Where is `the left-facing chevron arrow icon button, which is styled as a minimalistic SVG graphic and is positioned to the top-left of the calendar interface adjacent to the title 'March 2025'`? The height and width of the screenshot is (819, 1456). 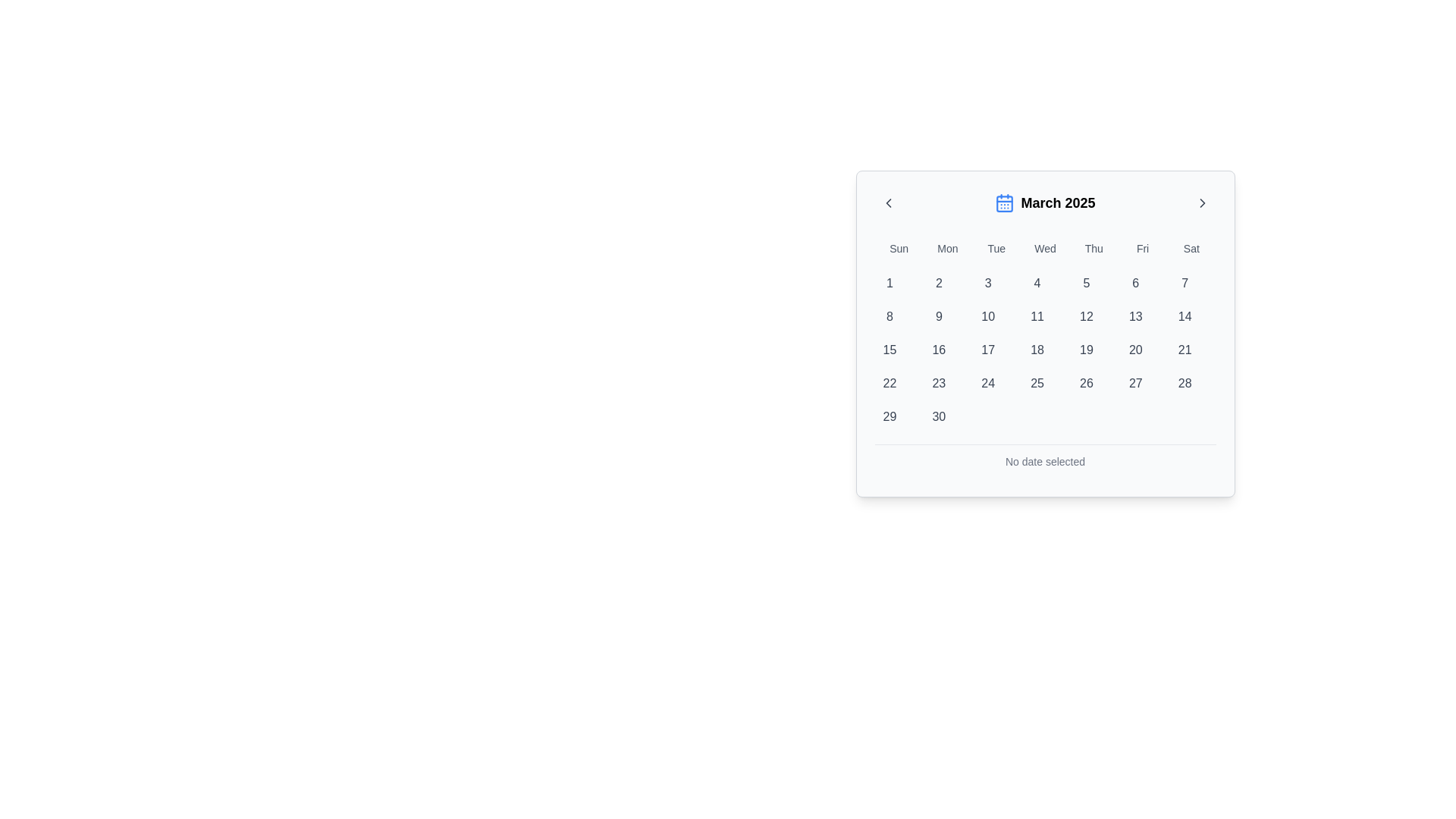 the left-facing chevron arrow icon button, which is styled as a minimalistic SVG graphic and is positioned to the top-left of the calendar interface adjacent to the title 'March 2025' is located at coordinates (888, 202).